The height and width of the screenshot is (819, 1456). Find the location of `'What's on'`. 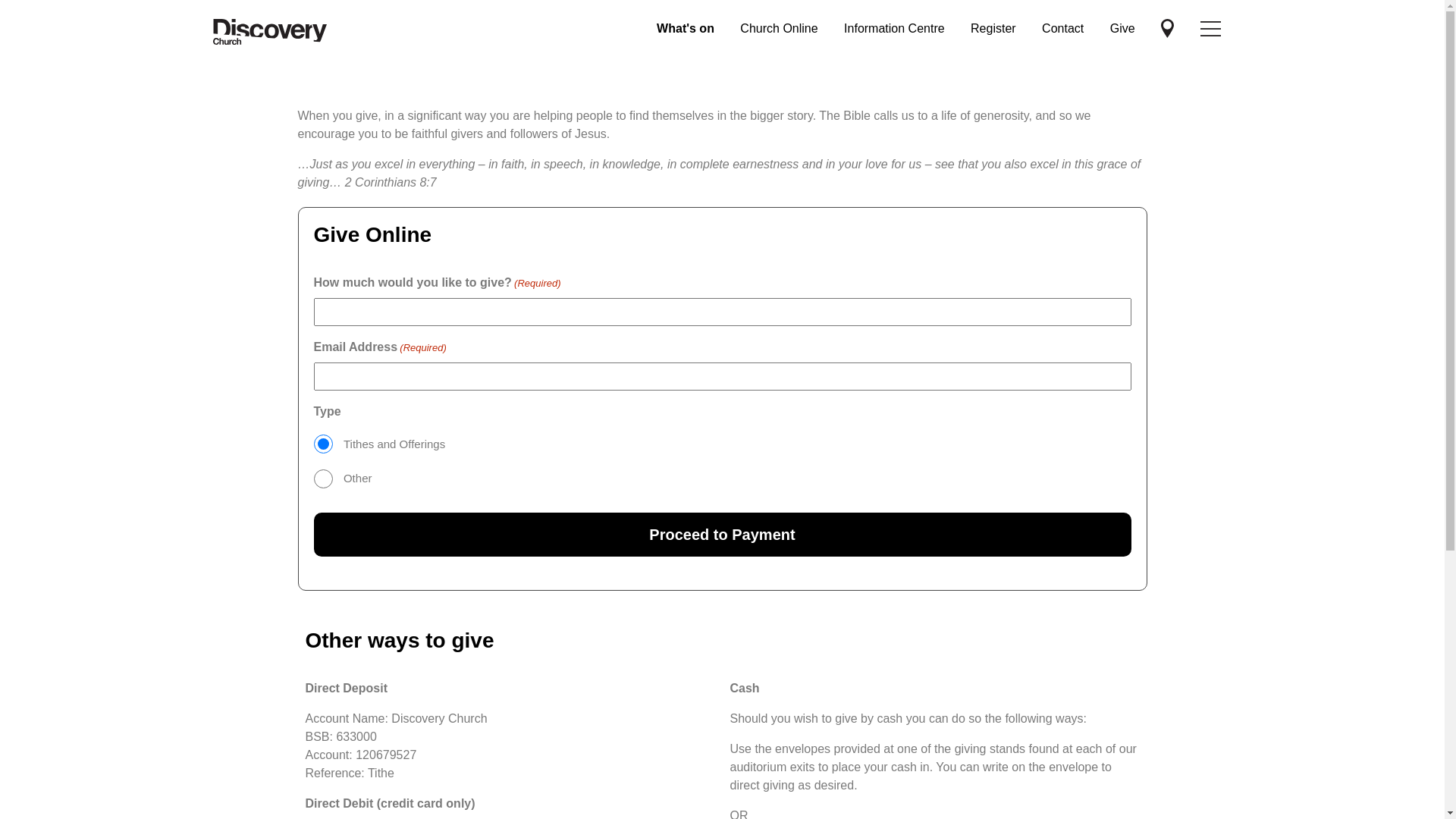

'What's on' is located at coordinates (684, 28).